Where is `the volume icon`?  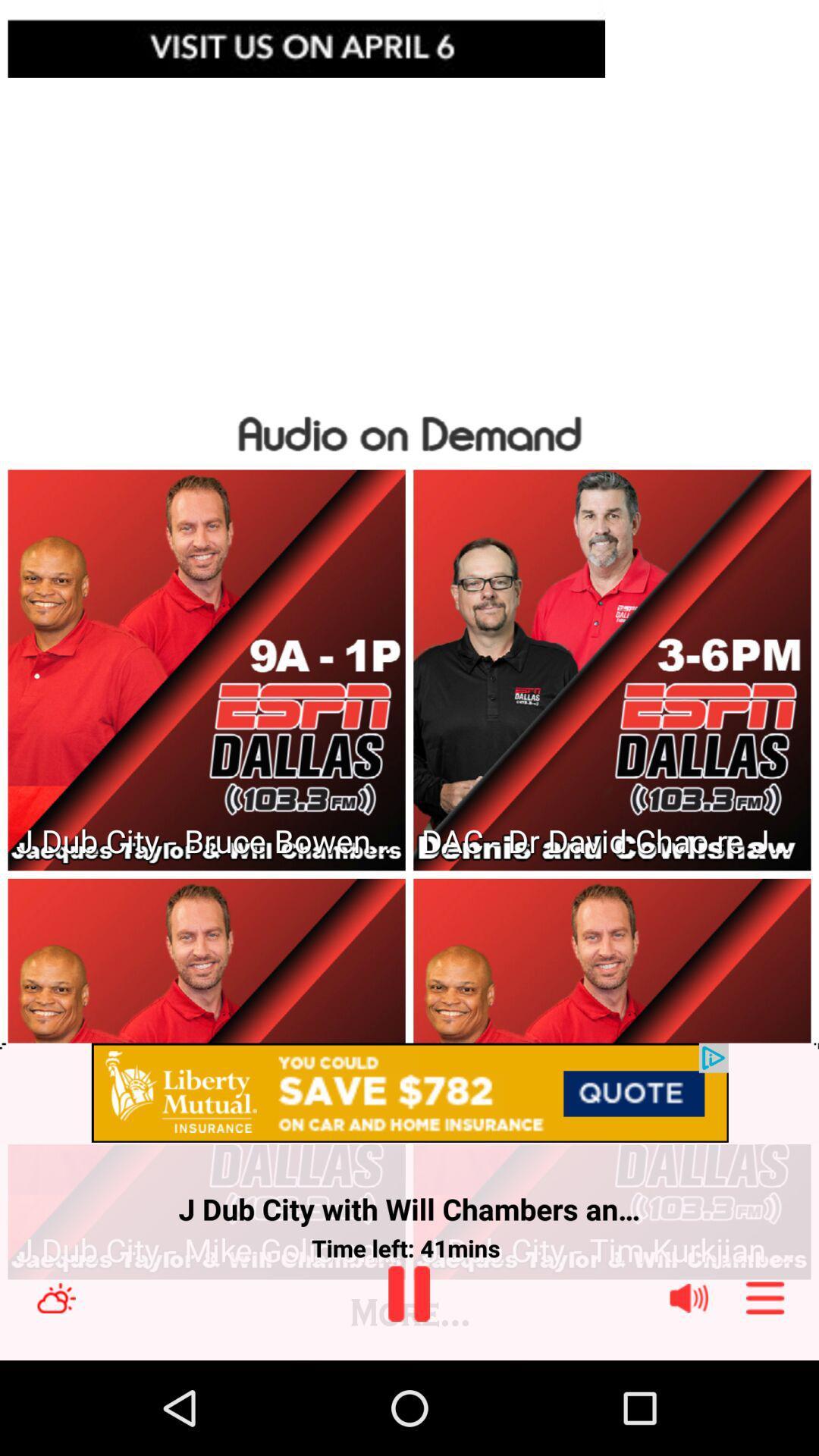 the volume icon is located at coordinates (689, 1389).